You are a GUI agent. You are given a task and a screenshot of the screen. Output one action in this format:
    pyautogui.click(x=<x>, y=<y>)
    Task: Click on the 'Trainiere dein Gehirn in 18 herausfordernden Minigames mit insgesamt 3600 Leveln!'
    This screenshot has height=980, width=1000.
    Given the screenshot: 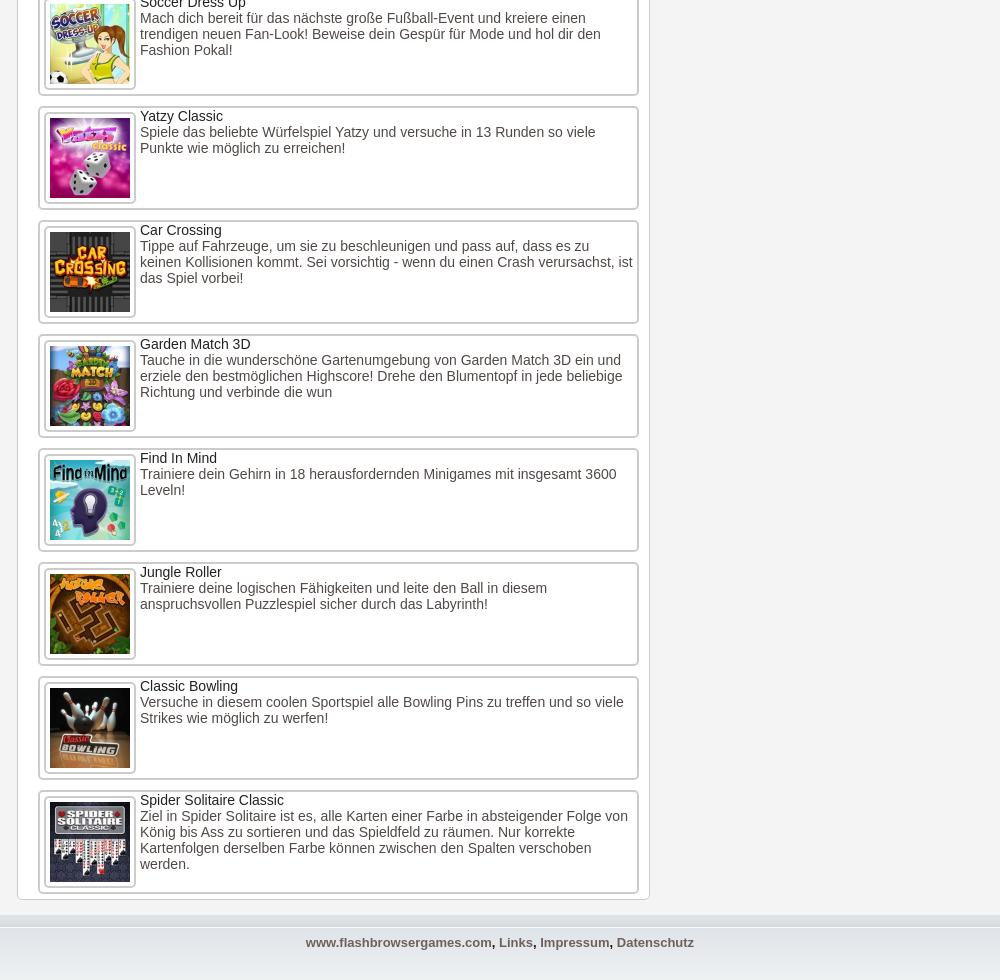 What is the action you would take?
    pyautogui.click(x=378, y=481)
    